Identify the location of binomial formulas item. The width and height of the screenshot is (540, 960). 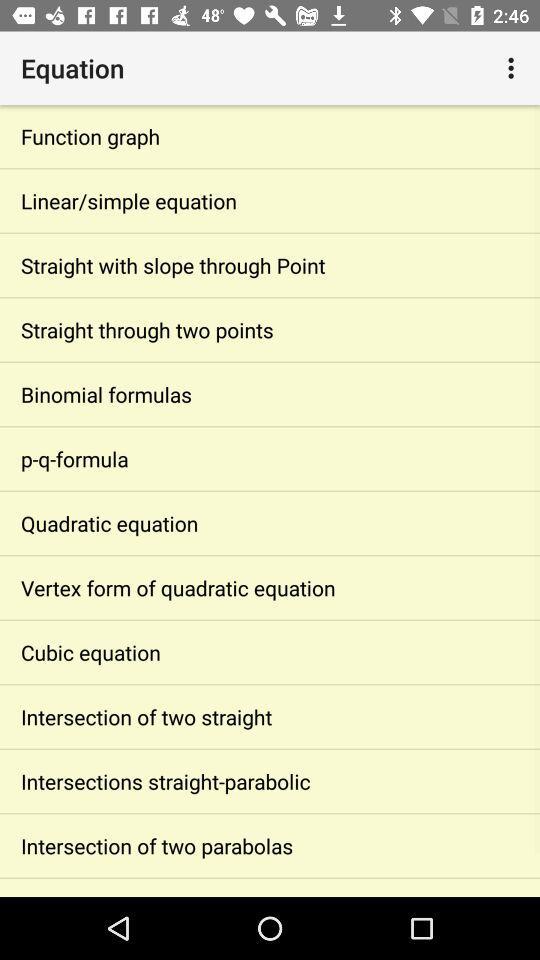
(270, 393).